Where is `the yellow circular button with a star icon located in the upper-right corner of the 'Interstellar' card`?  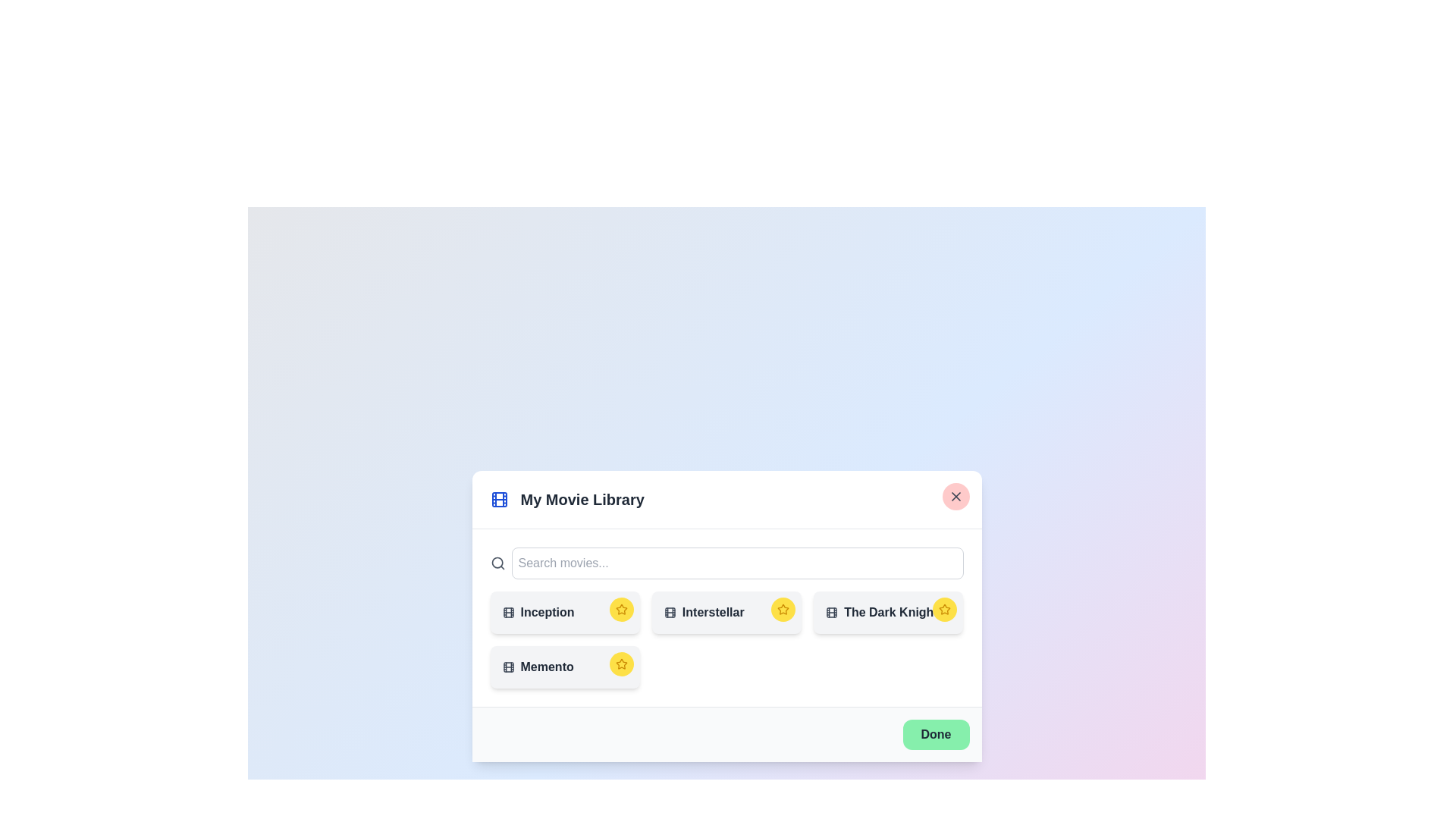 the yellow circular button with a star icon located in the upper-right corner of the 'Interstellar' card is located at coordinates (783, 608).